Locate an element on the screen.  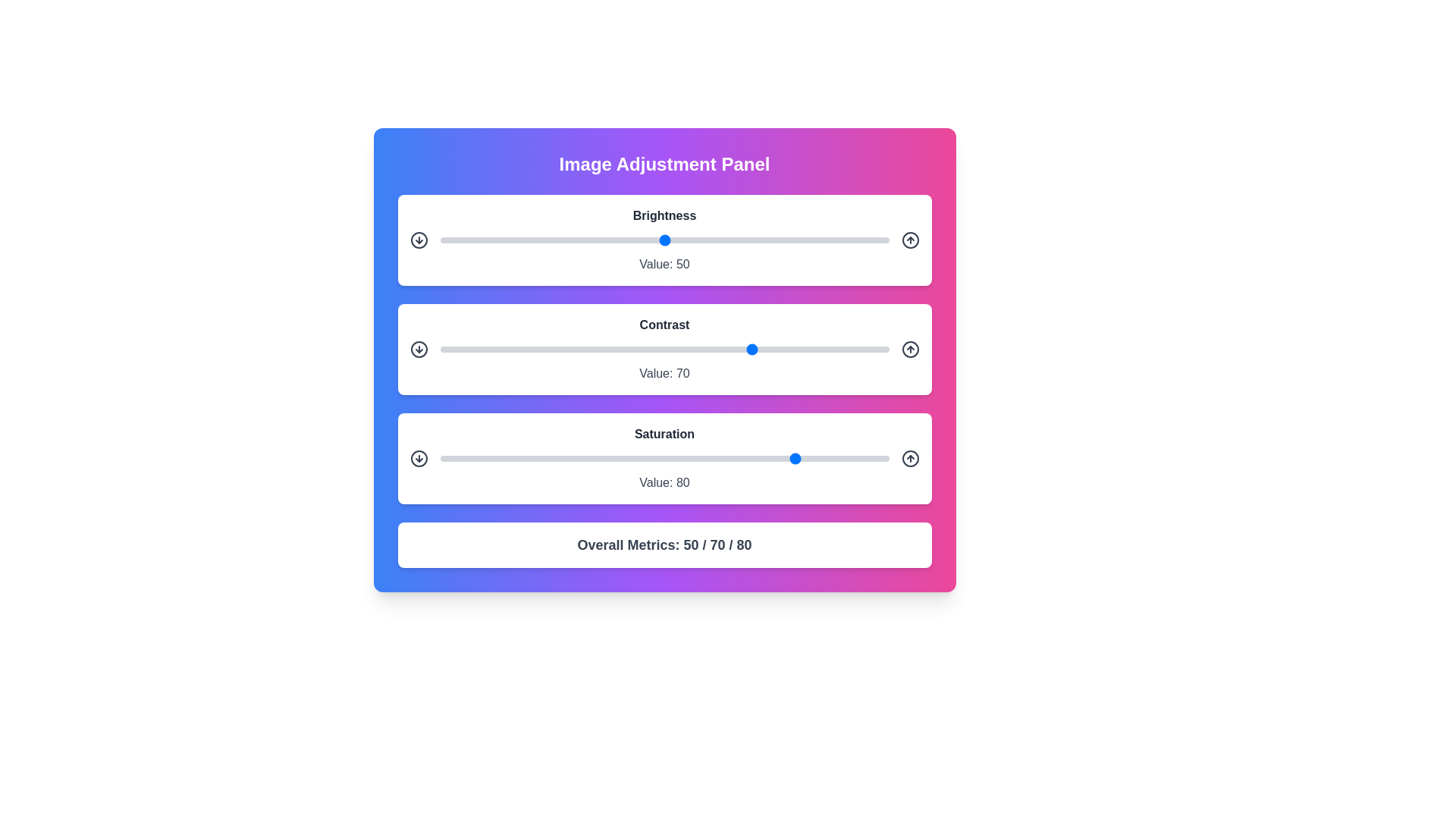
the slider value is located at coordinates (547, 458).